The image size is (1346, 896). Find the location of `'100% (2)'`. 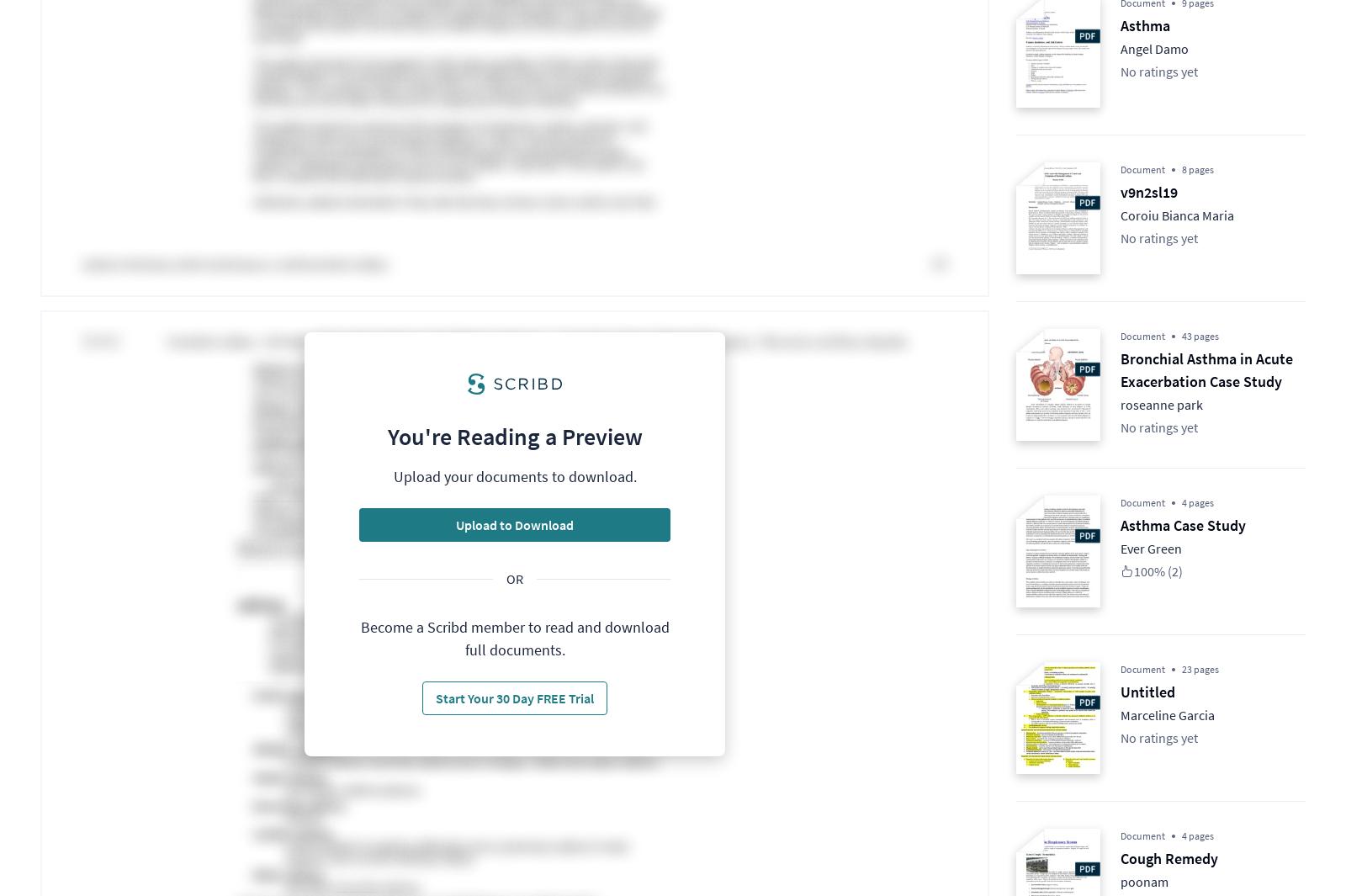

'100% (2)' is located at coordinates (1157, 571).